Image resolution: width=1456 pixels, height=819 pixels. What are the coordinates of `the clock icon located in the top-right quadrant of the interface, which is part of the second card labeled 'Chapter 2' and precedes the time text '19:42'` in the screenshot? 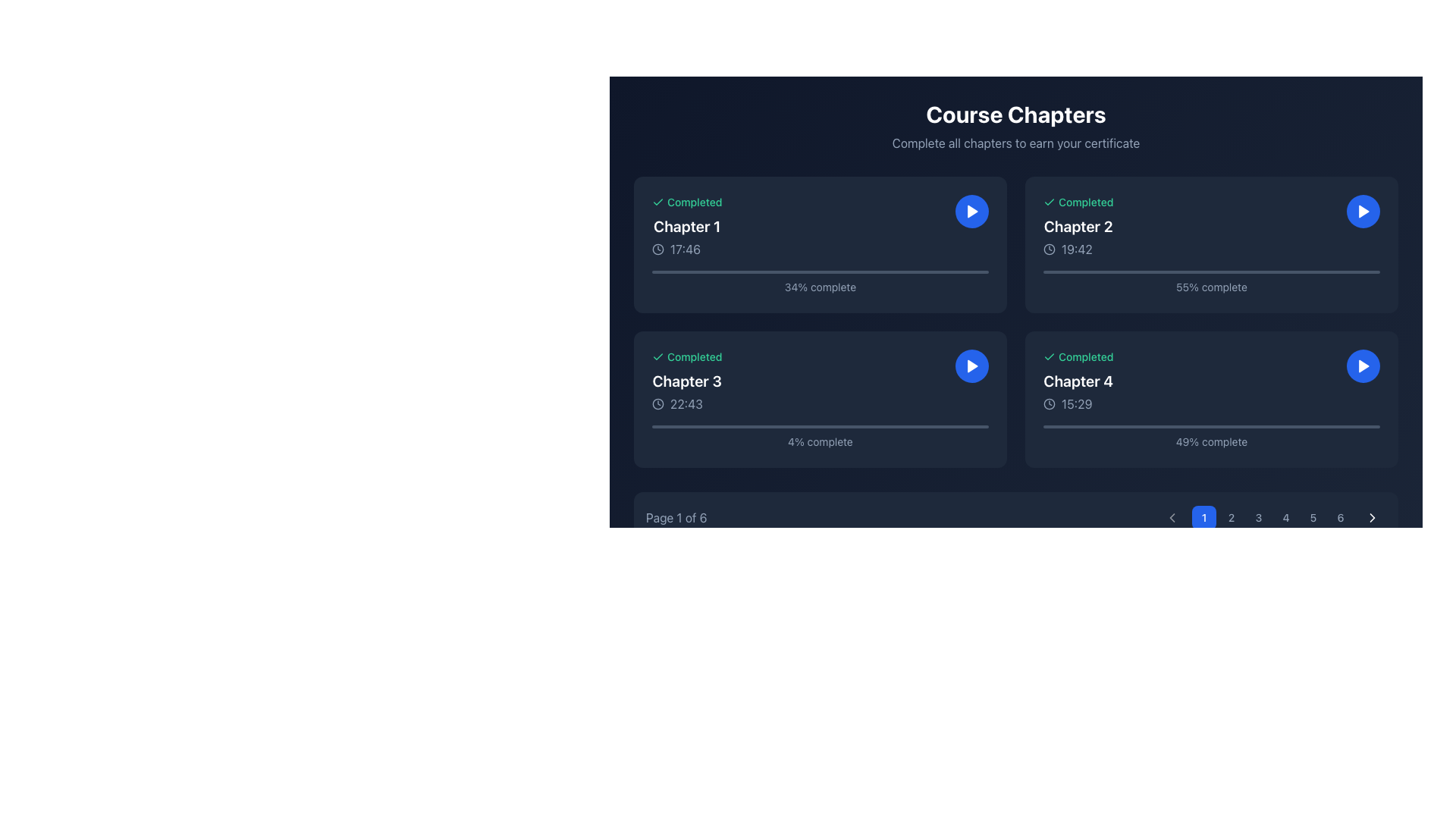 It's located at (1048, 248).